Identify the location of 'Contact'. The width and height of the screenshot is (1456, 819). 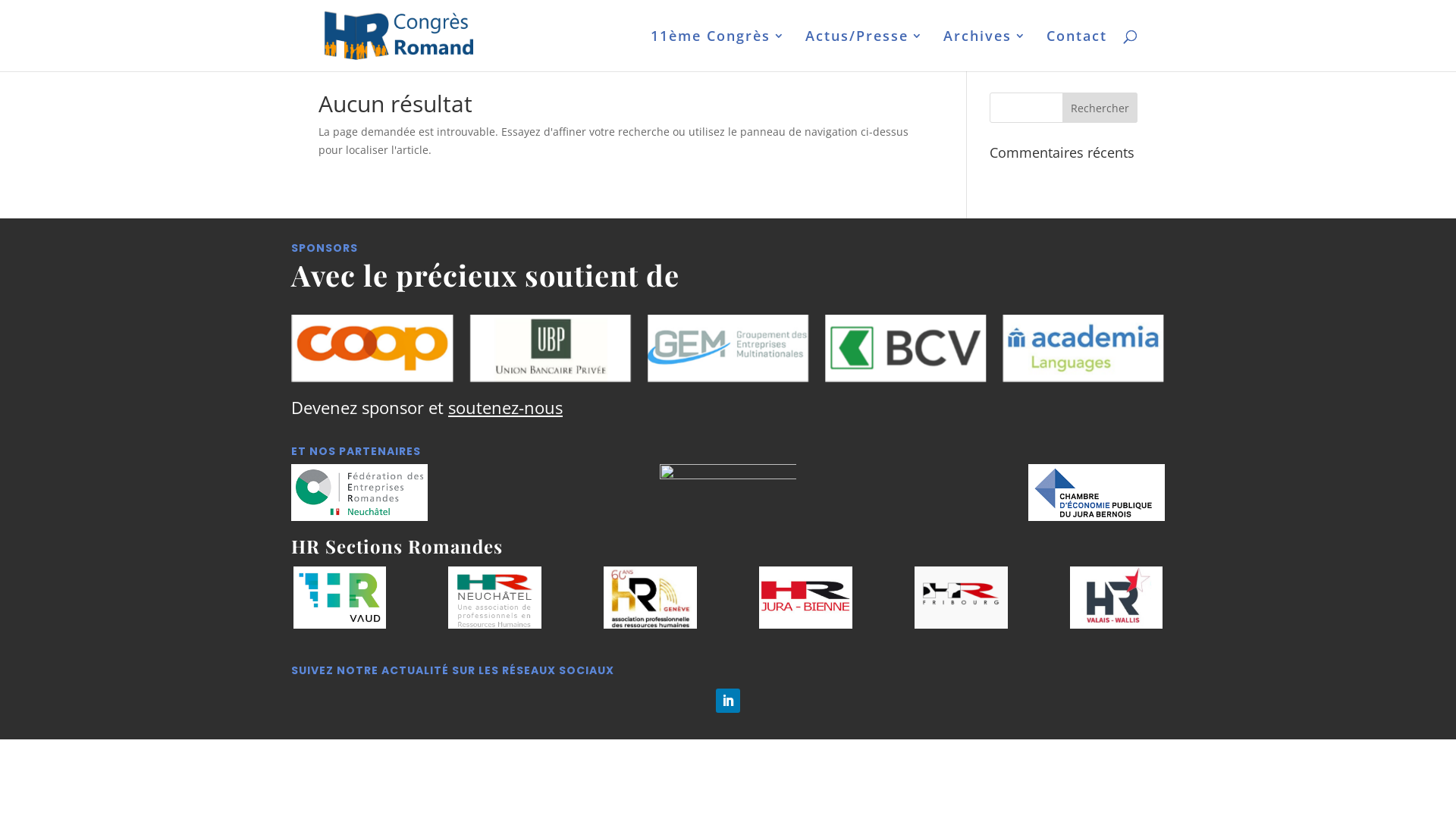
(1076, 49).